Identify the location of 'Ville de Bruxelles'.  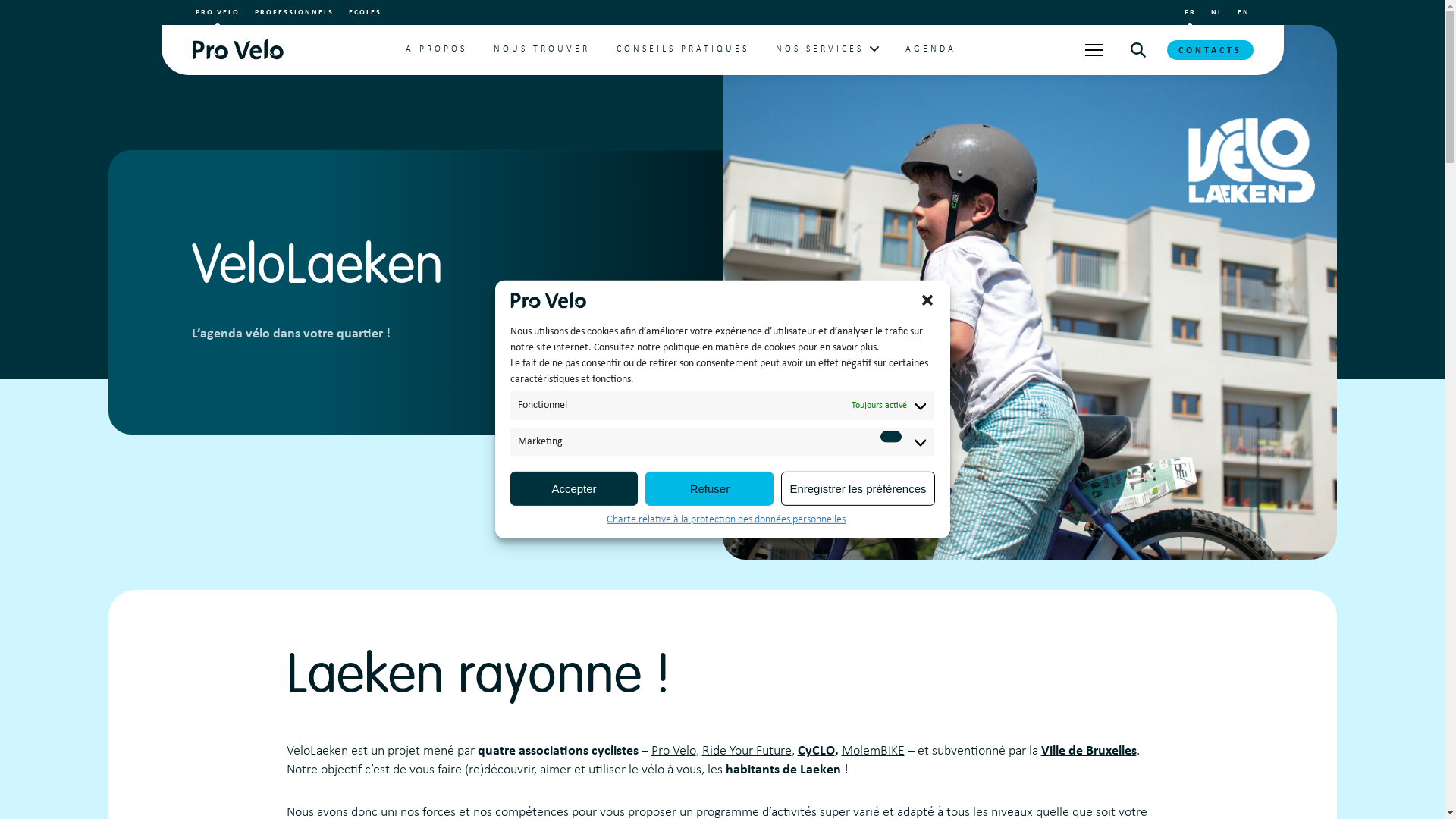
(1087, 751).